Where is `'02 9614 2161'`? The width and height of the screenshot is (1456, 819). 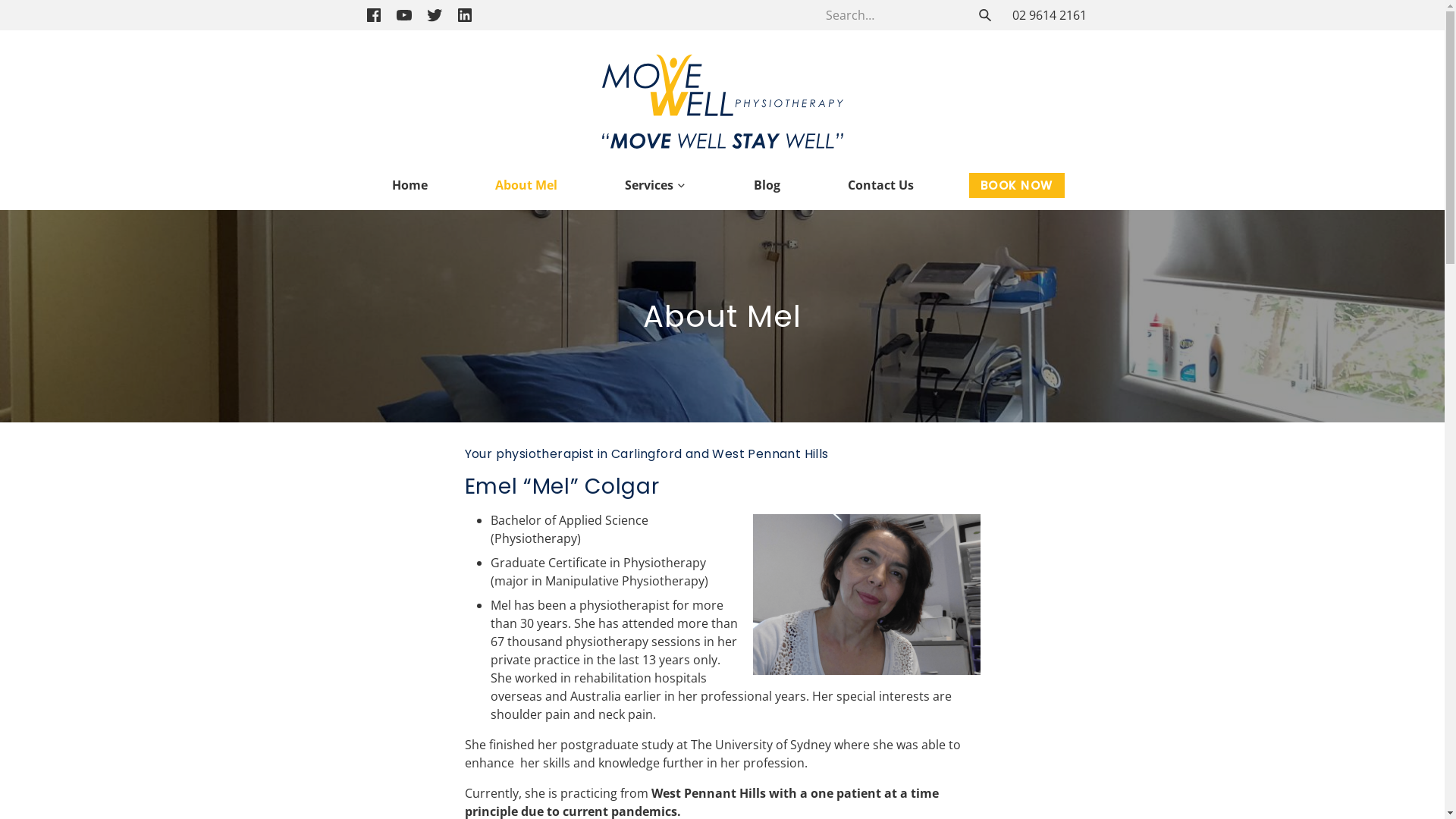
'02 9614 2161' is located at coordinates (1047, 14).